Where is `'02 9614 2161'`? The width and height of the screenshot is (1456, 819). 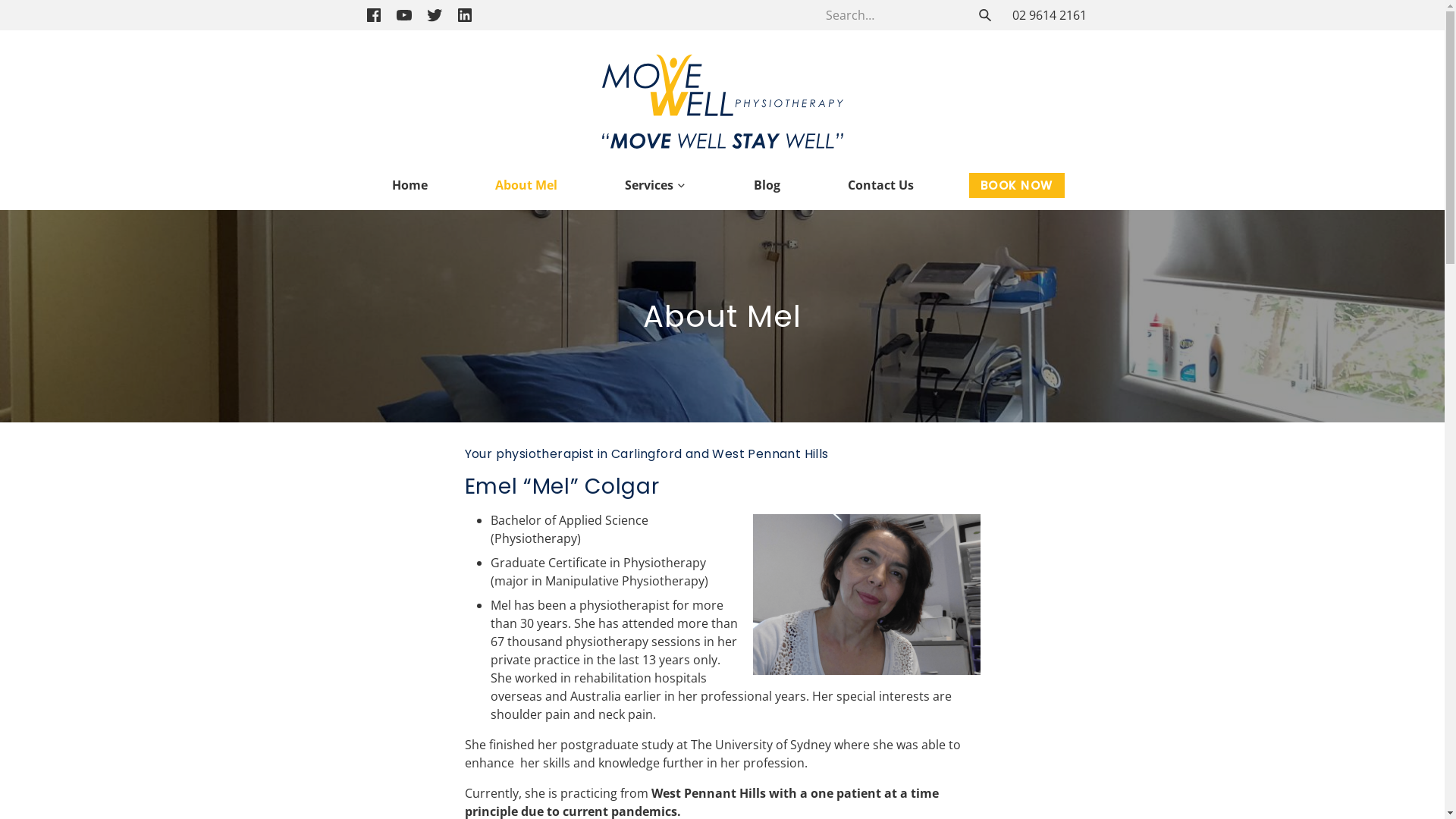
'02 9614 2161' is located at coordinates (1047, 14).